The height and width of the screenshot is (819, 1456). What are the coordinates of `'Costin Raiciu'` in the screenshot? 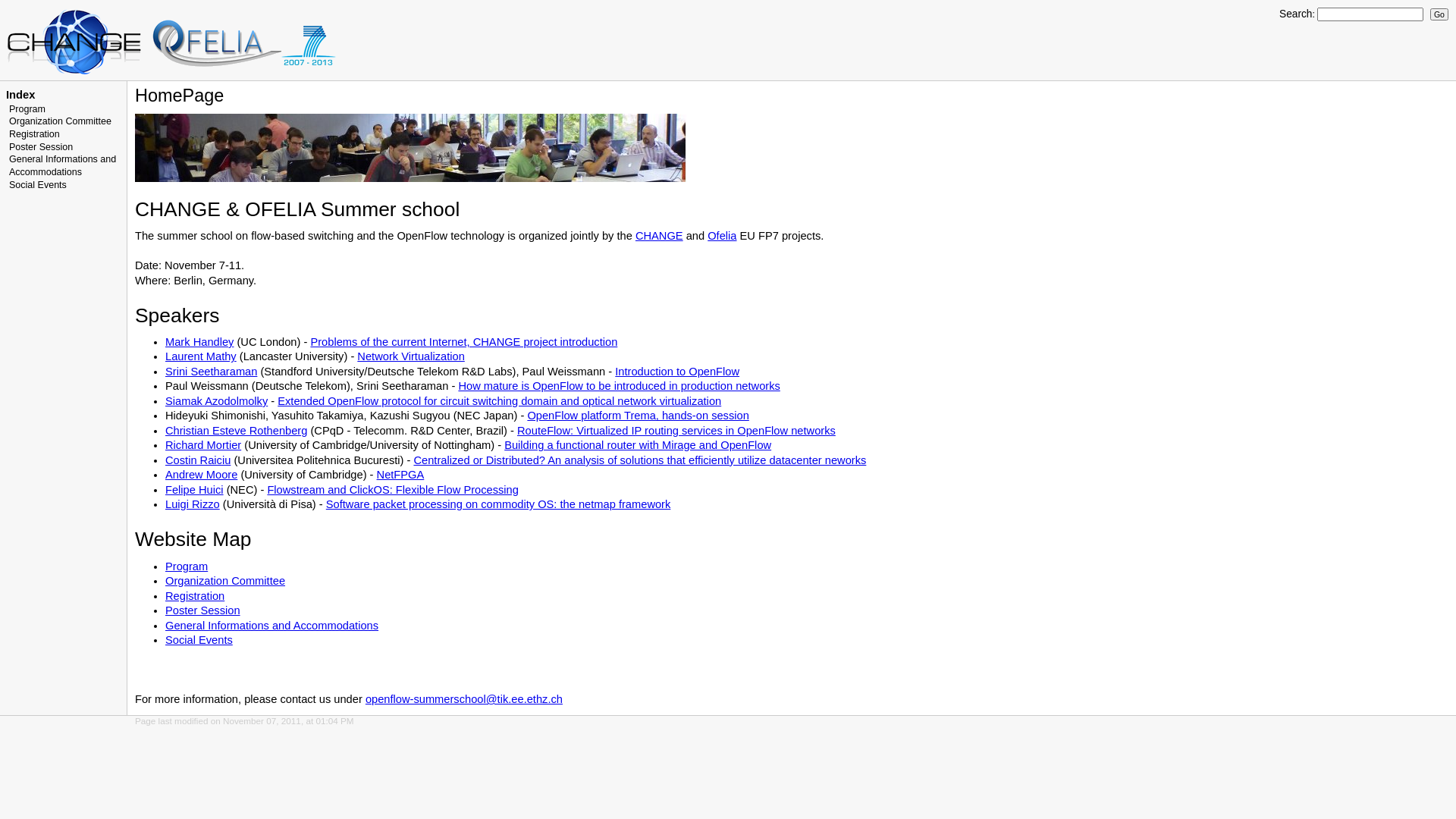 It's located at (196, 459).